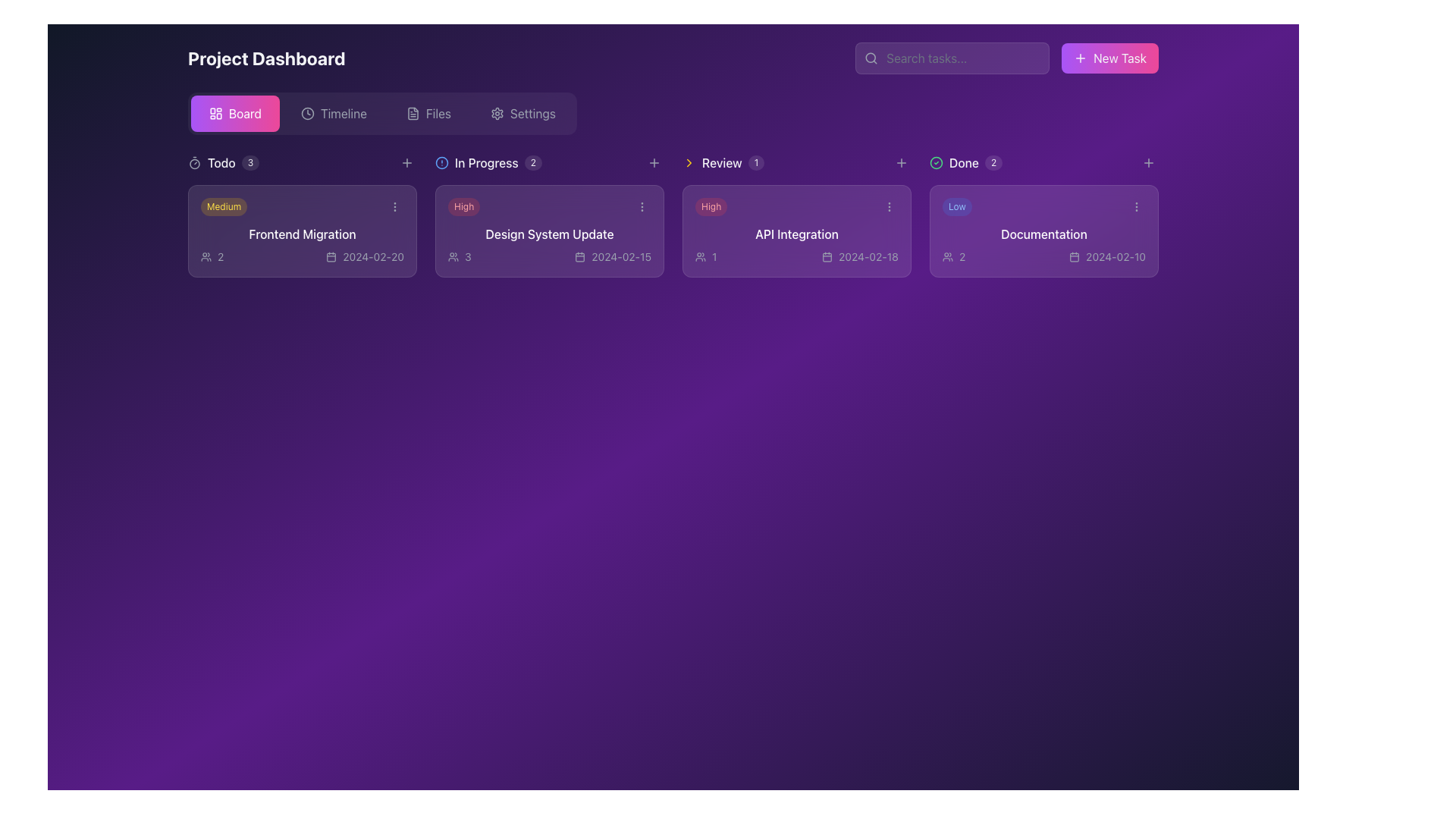 This screenshot has width=1456, height=819. I want to click on the outline-styled icon of people representing a group or team, which is positioned to the left of the text label '1', so click(700, 256).